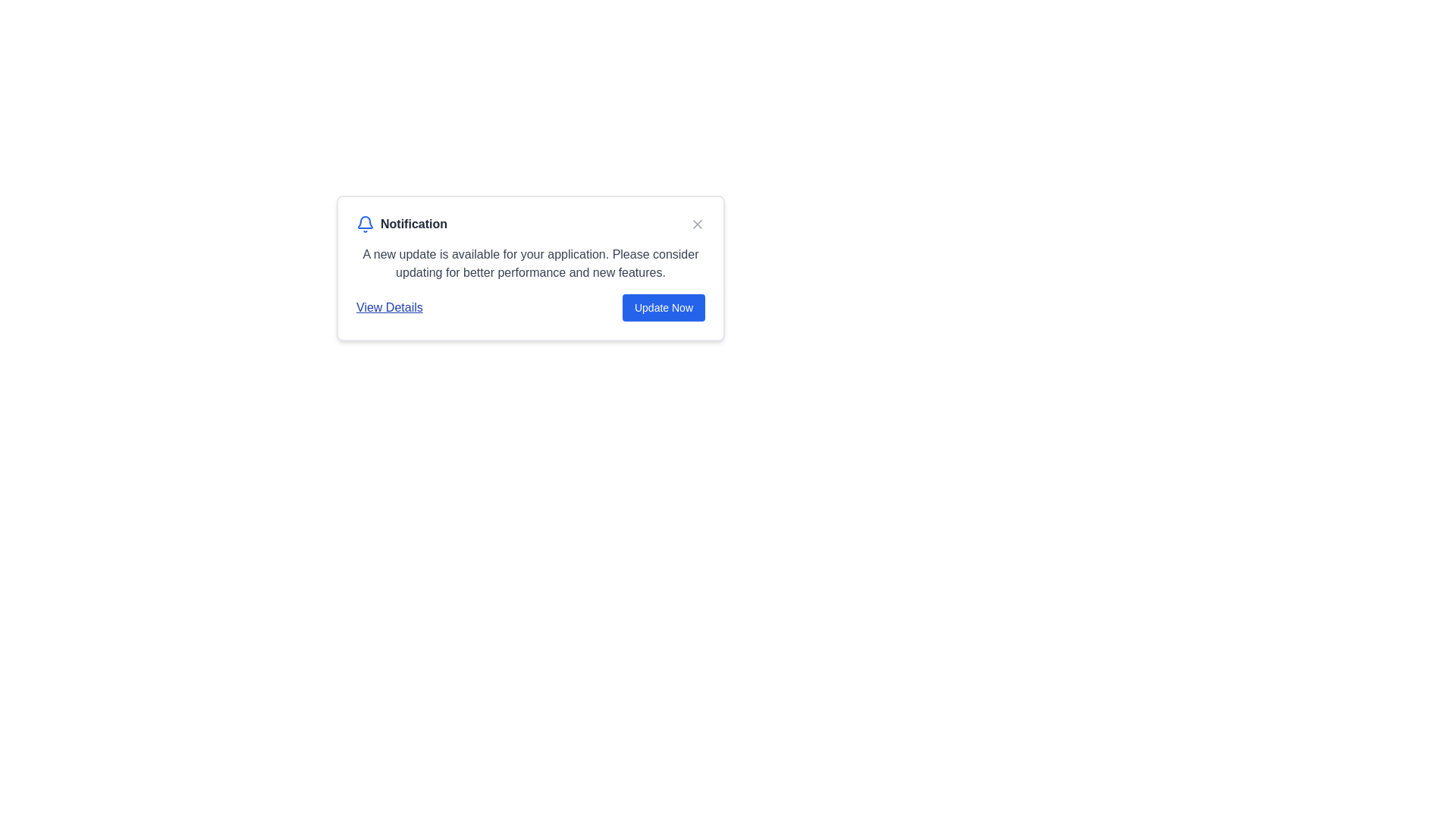 This screenshot has width=1456, height=819. What do you see at coordinates (664, 307) in the screenshot?
I see `the update button located within the notification box, positioned to the right of the 'View Details' link, to change its shade` at bounding box center [664, 307].